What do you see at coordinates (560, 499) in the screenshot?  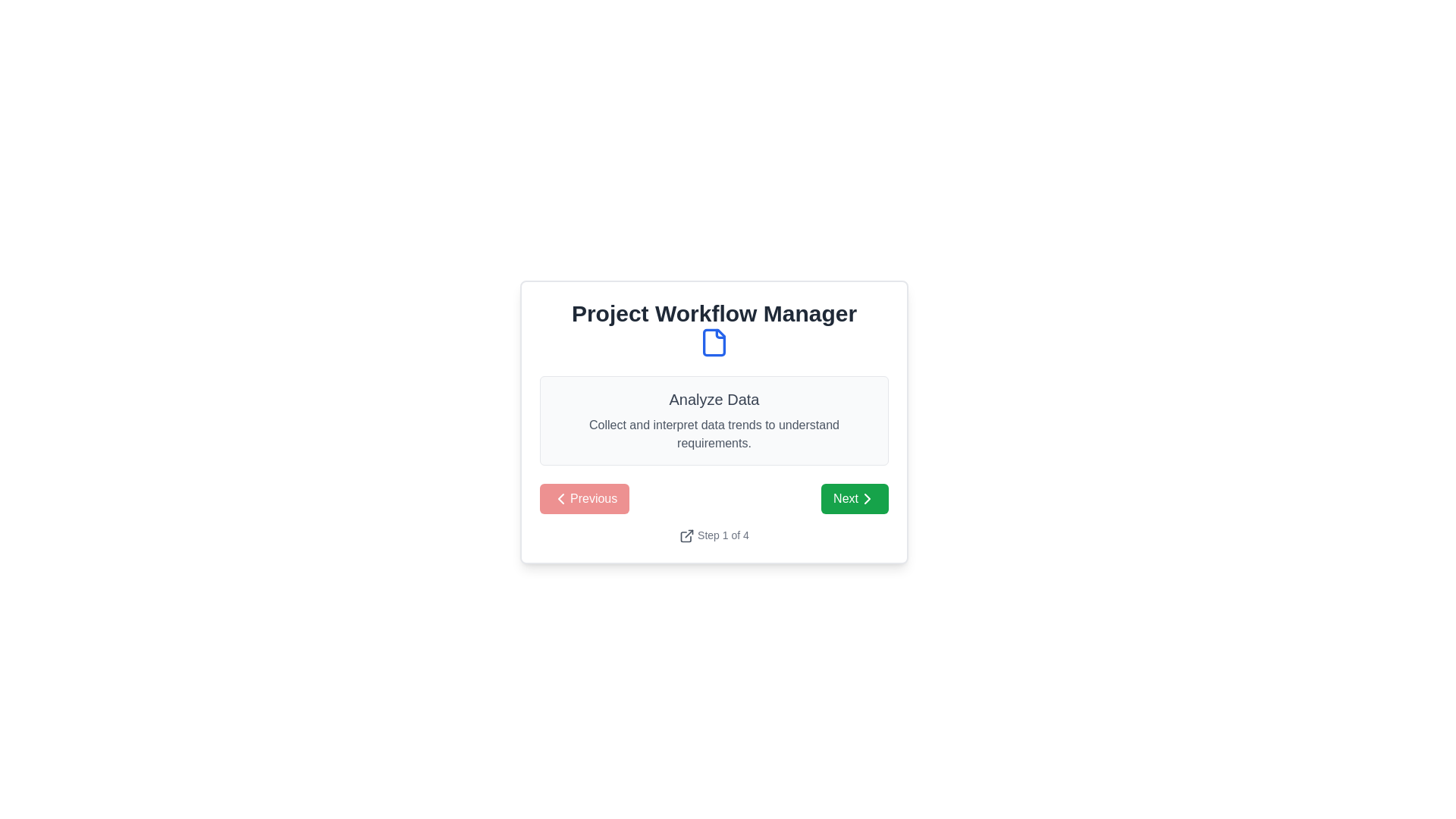 I see `the left-pointing chevron arrow icon, which is part of the Previous button located towards the bottom-left of the dialog box, adjacent to the text 'Previous'` at bounding box center [560, 499].